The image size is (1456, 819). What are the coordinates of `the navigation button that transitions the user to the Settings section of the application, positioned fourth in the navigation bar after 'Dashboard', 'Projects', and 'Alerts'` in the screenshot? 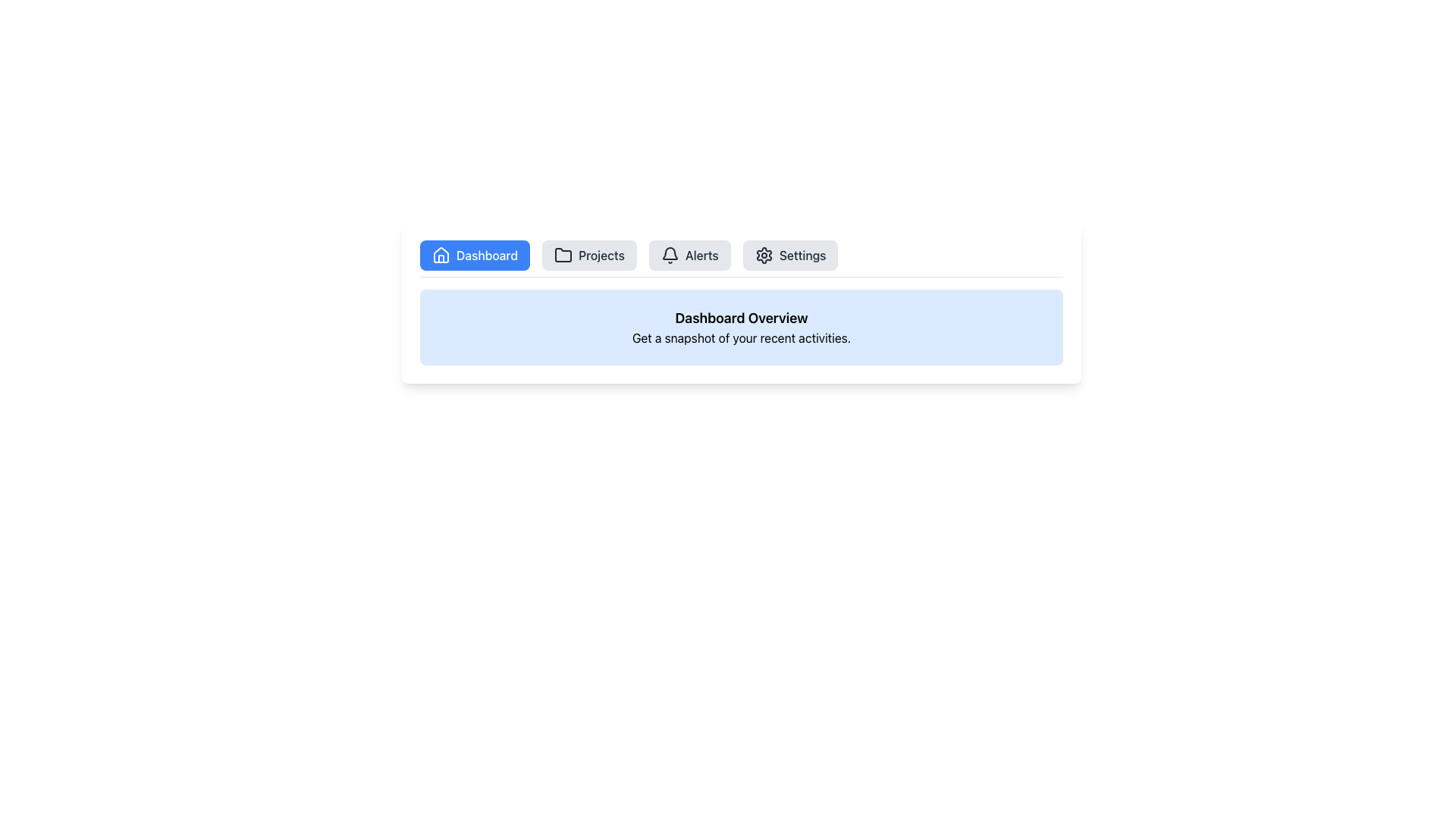 It's located at (789, 254).